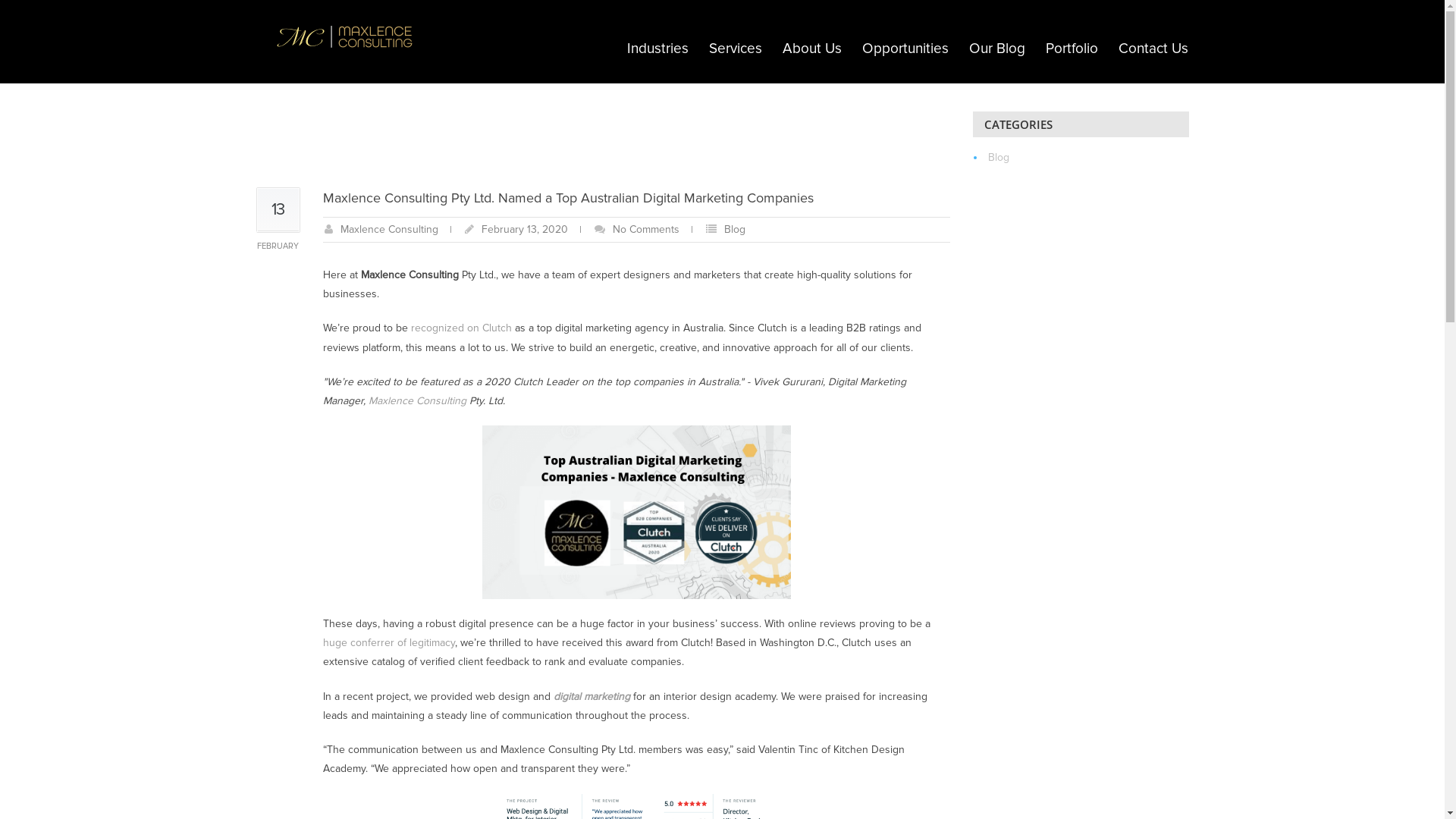  What do you see at coordinates (1153, 48) in the screenshot?
I see `'Contact Us'` at bounding box center [1153, 48].